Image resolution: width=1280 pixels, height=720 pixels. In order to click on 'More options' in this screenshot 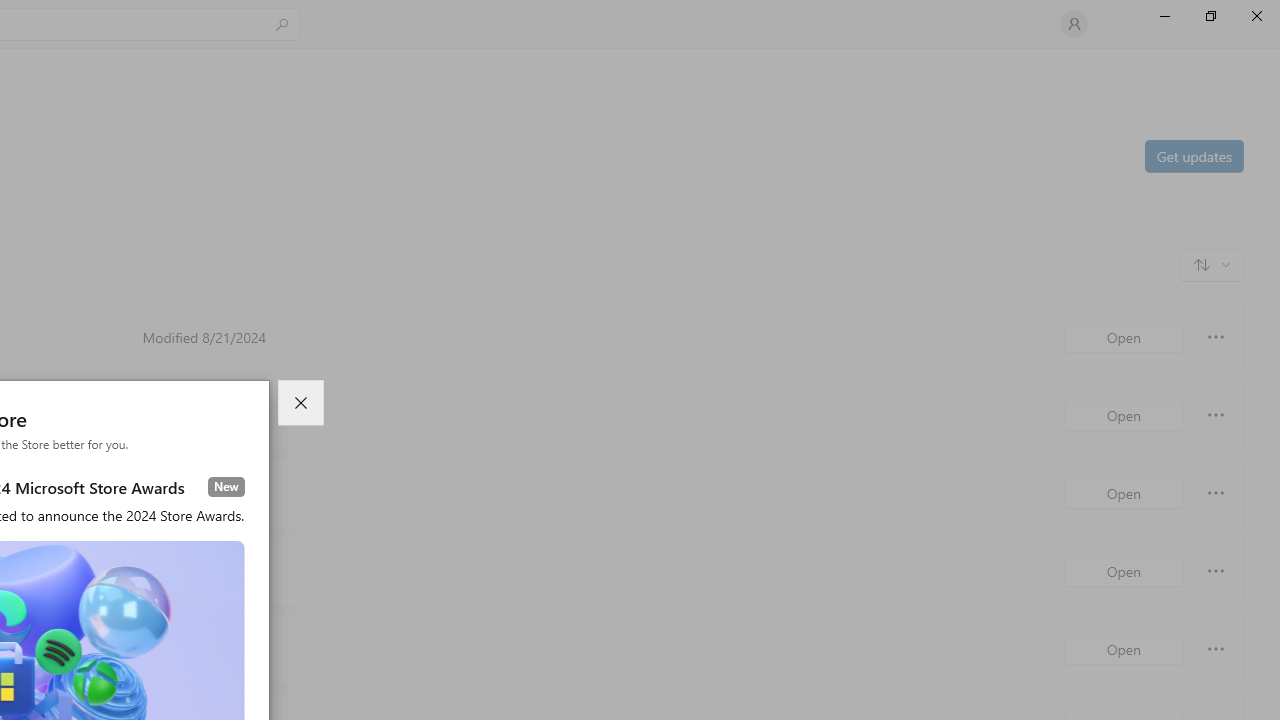, I will do `click(1215, 649)`.